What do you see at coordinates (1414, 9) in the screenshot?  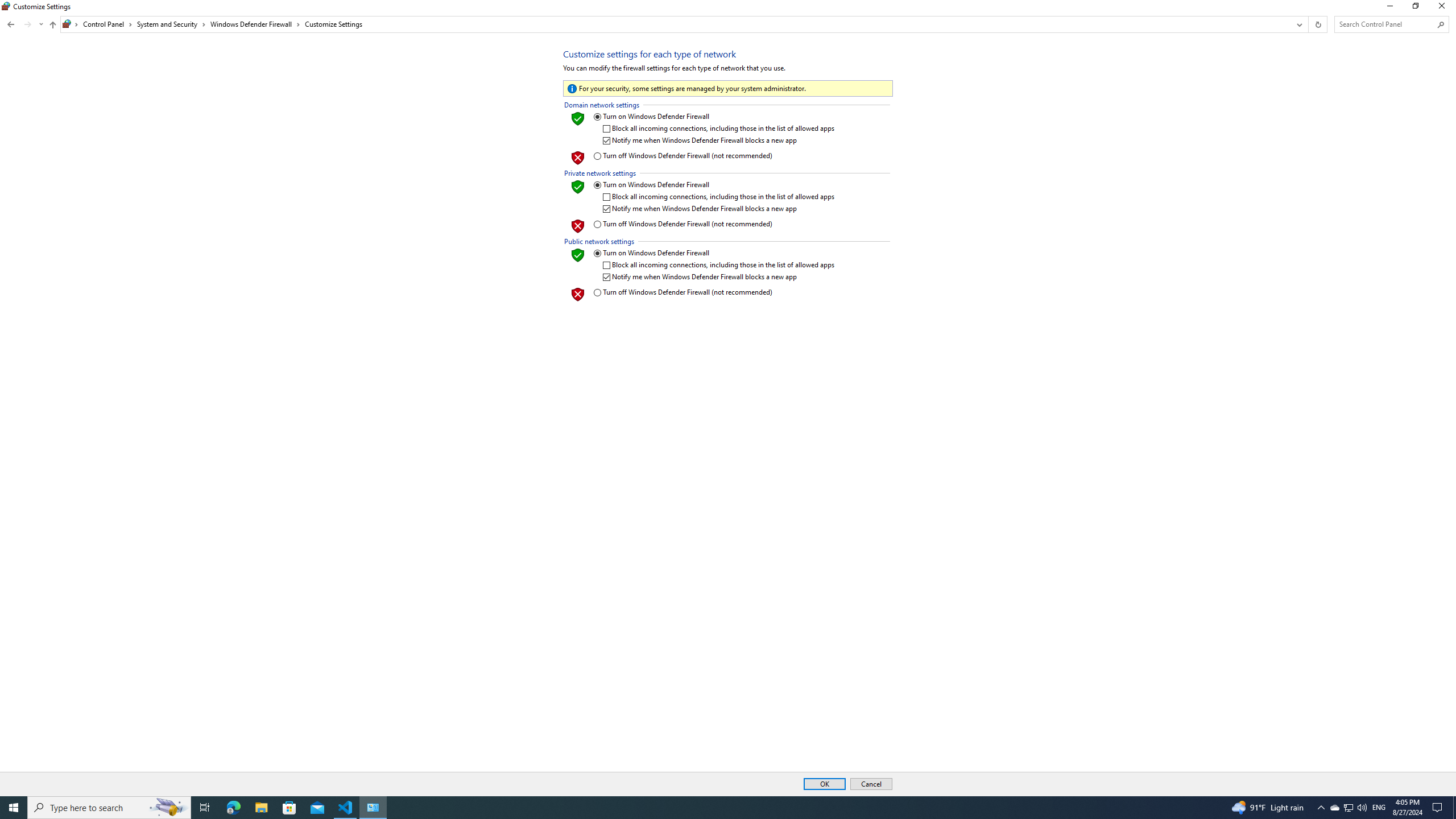 I see `'Restore'` at bounding box center [1414, 9].